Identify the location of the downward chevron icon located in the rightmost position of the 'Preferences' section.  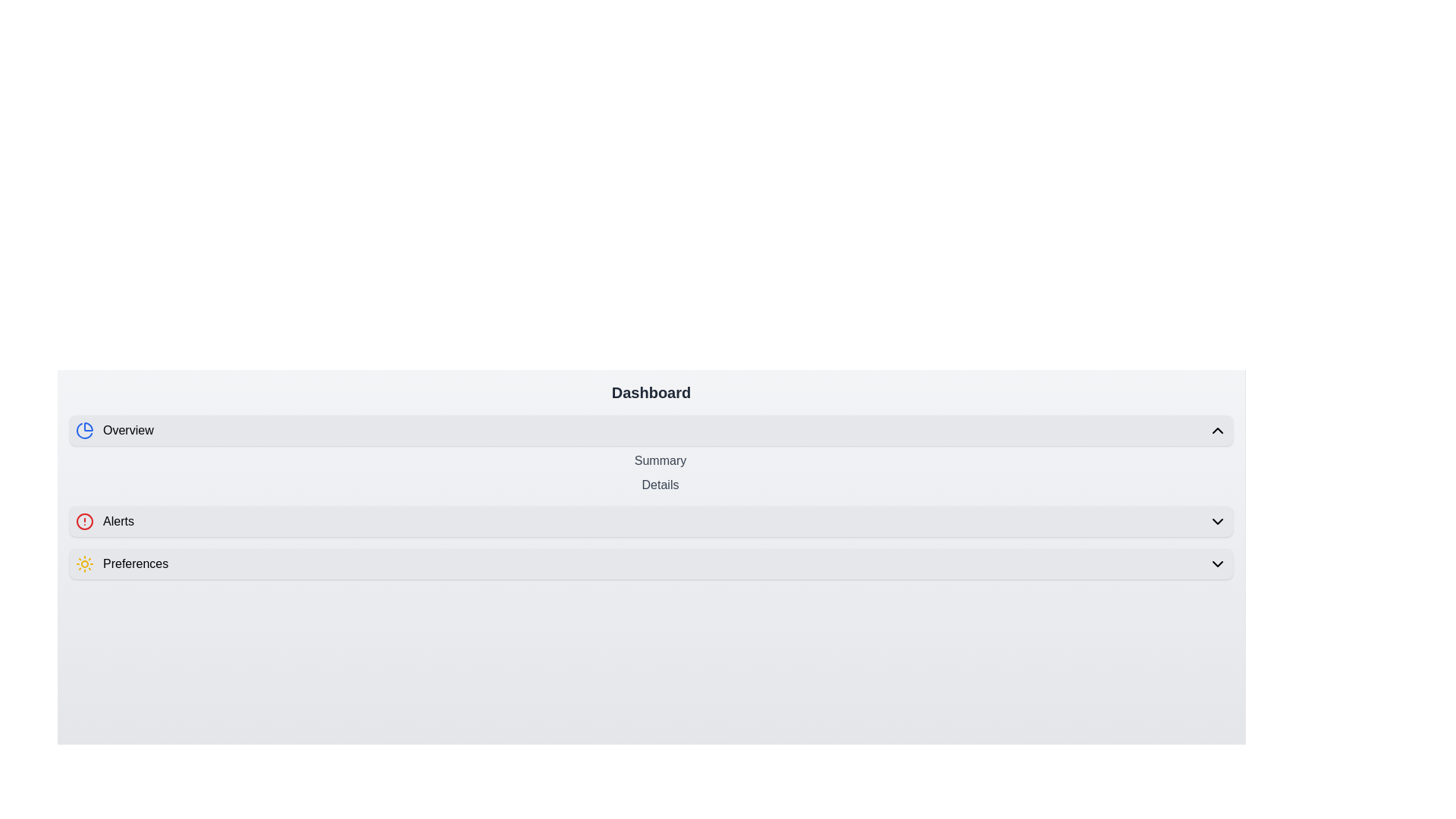
(1218, 564).